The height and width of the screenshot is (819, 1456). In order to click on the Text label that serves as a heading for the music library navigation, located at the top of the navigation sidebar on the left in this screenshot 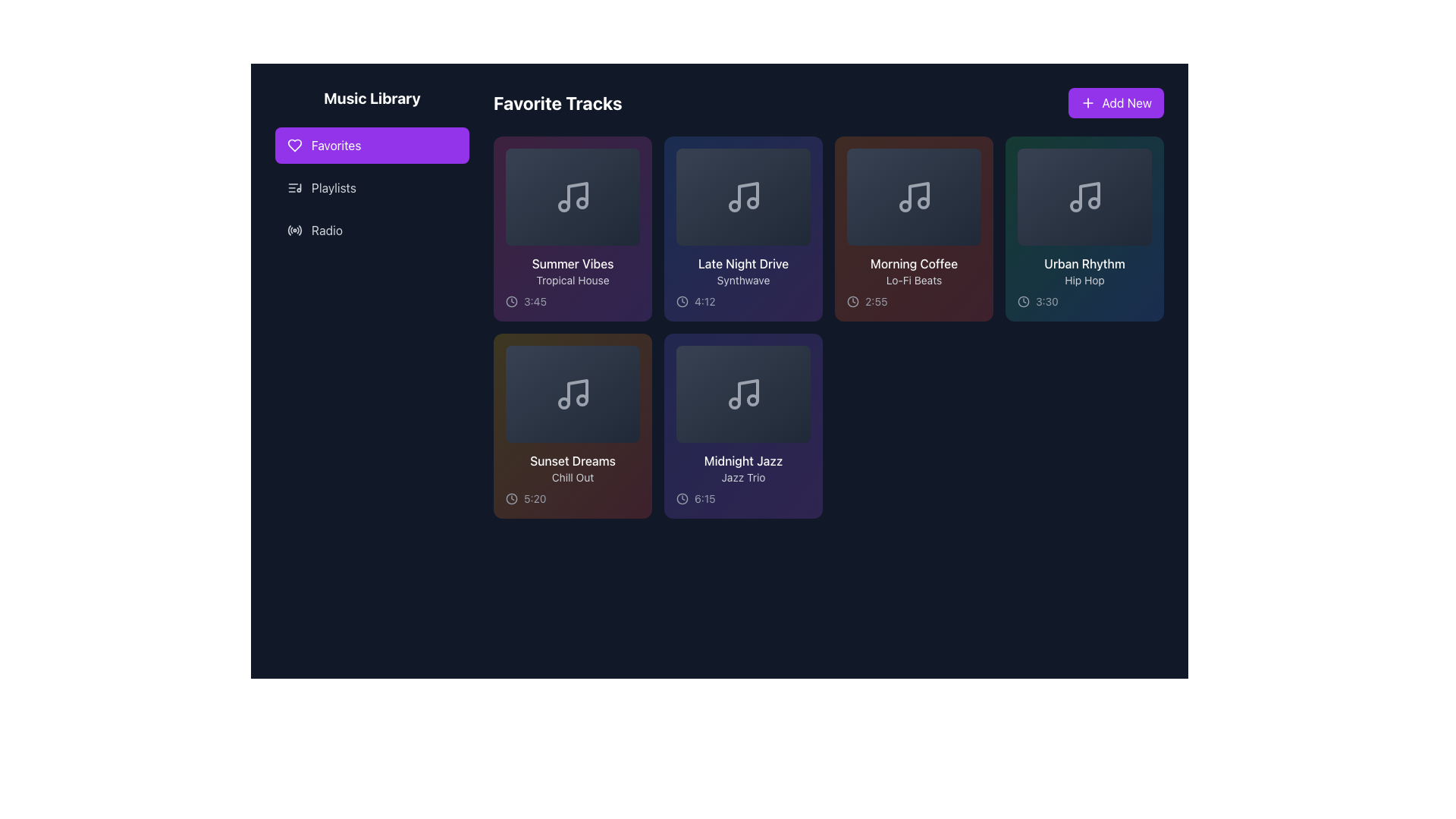, I will do `click(372, 99)`.